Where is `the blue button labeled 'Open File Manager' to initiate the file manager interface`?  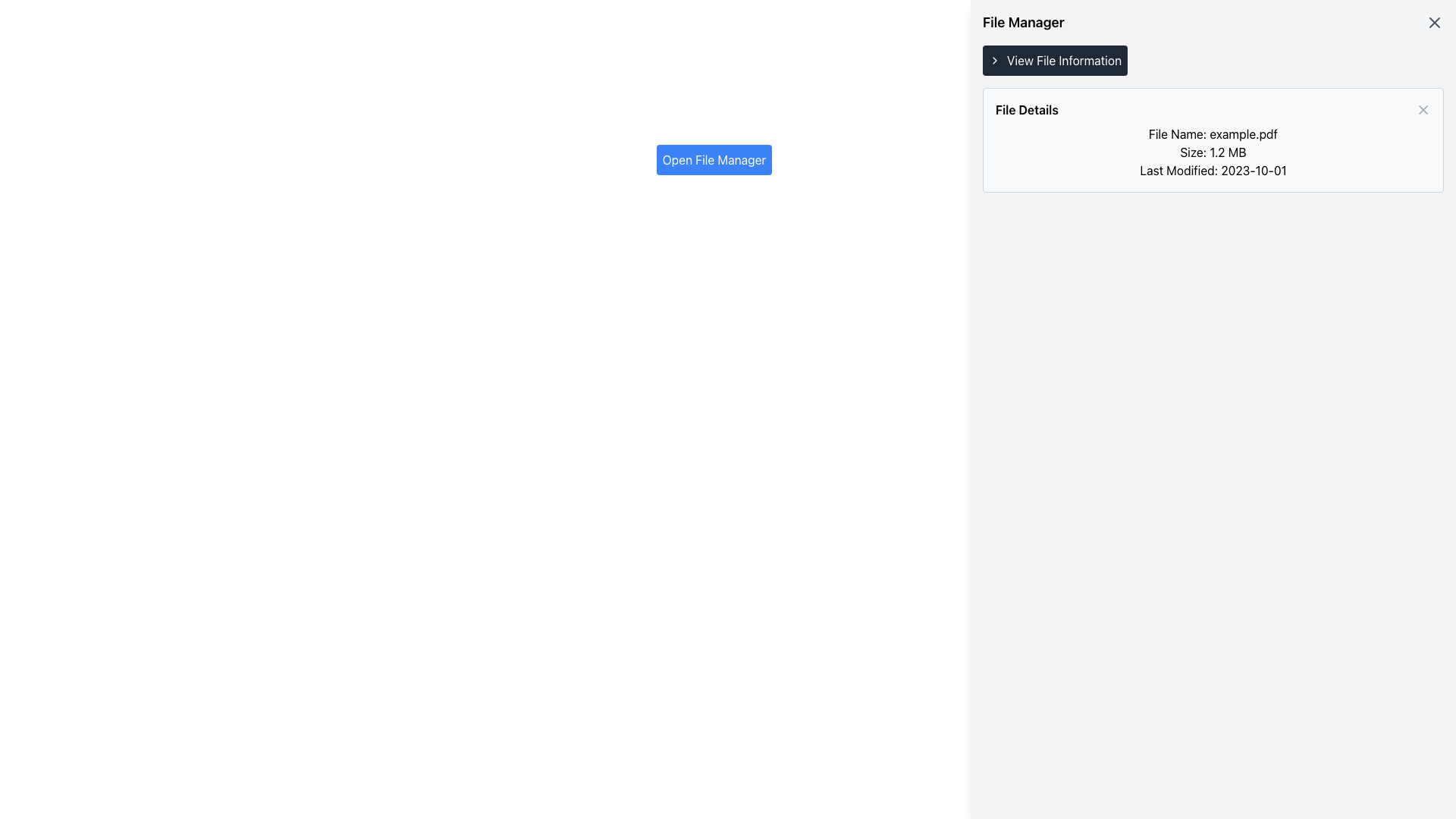
the blue button labeled 'Open File Manager' to initiate the file manager interface is located at coordinates (713, 160).